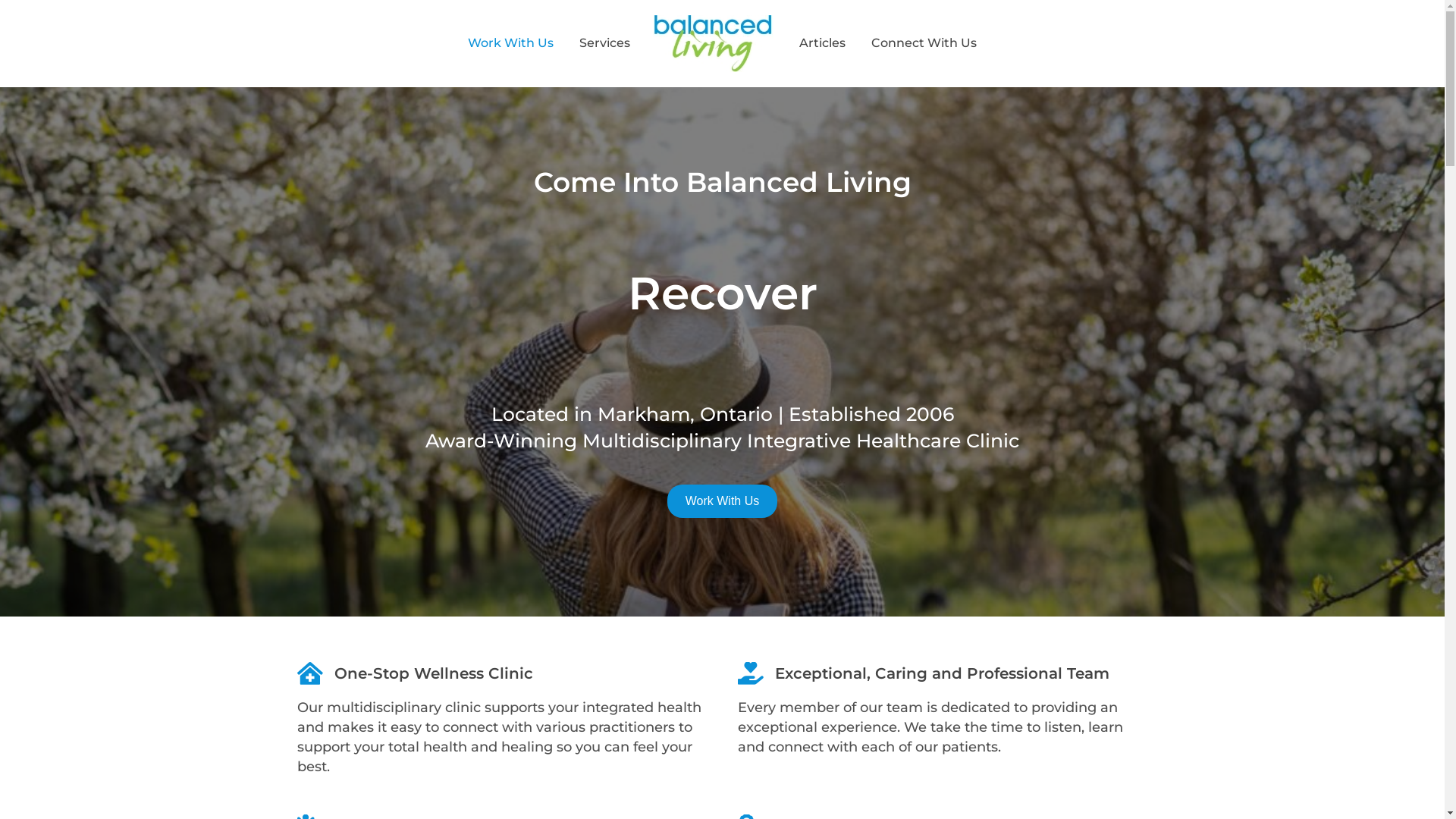 The width and height of the screenshot is (1456, 819). I want to click on 'Work With Us', so click(721, 500).